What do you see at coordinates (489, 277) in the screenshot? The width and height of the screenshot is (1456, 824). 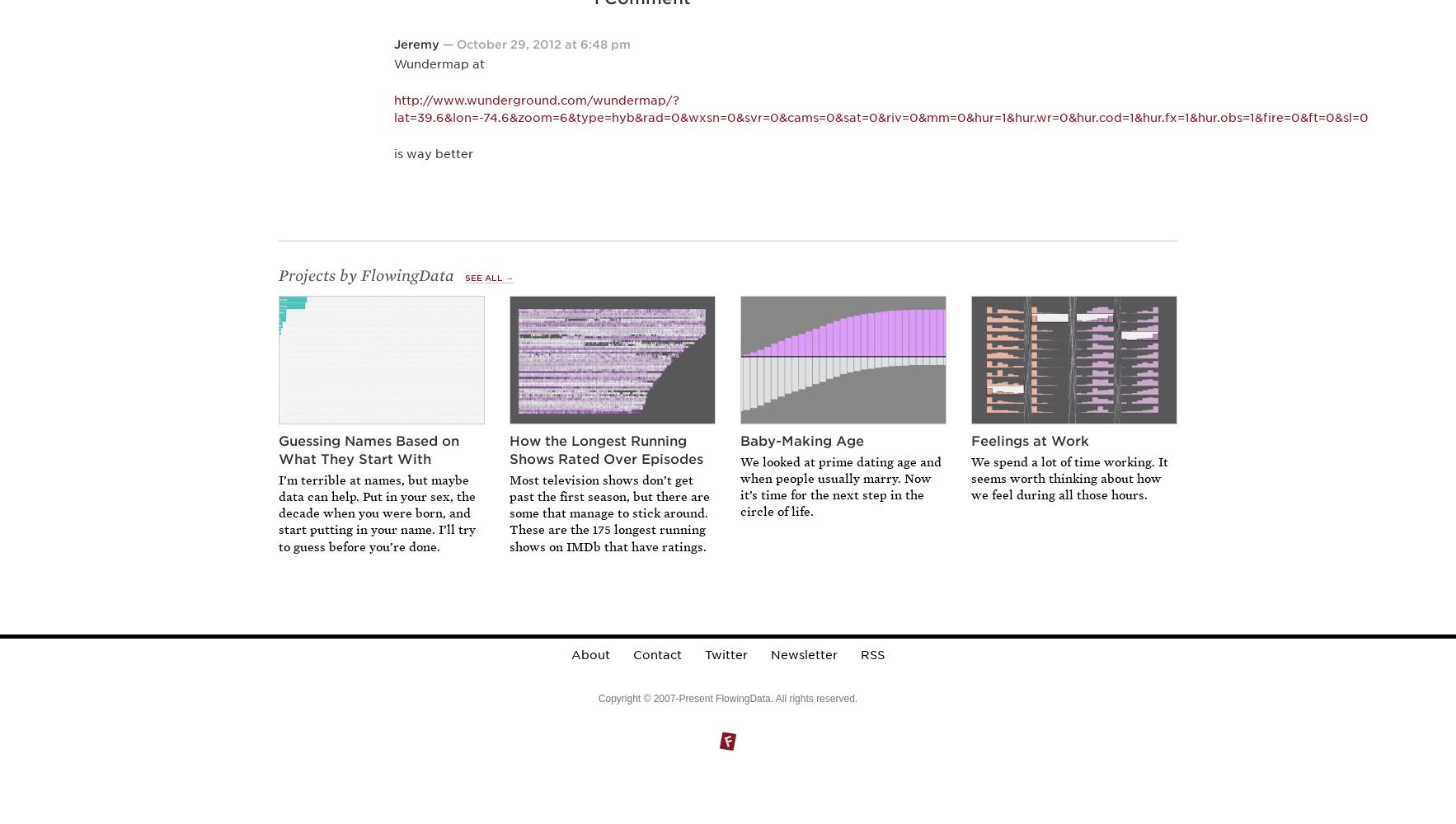 I see `'See All →'` at bounding box center [489, 277].